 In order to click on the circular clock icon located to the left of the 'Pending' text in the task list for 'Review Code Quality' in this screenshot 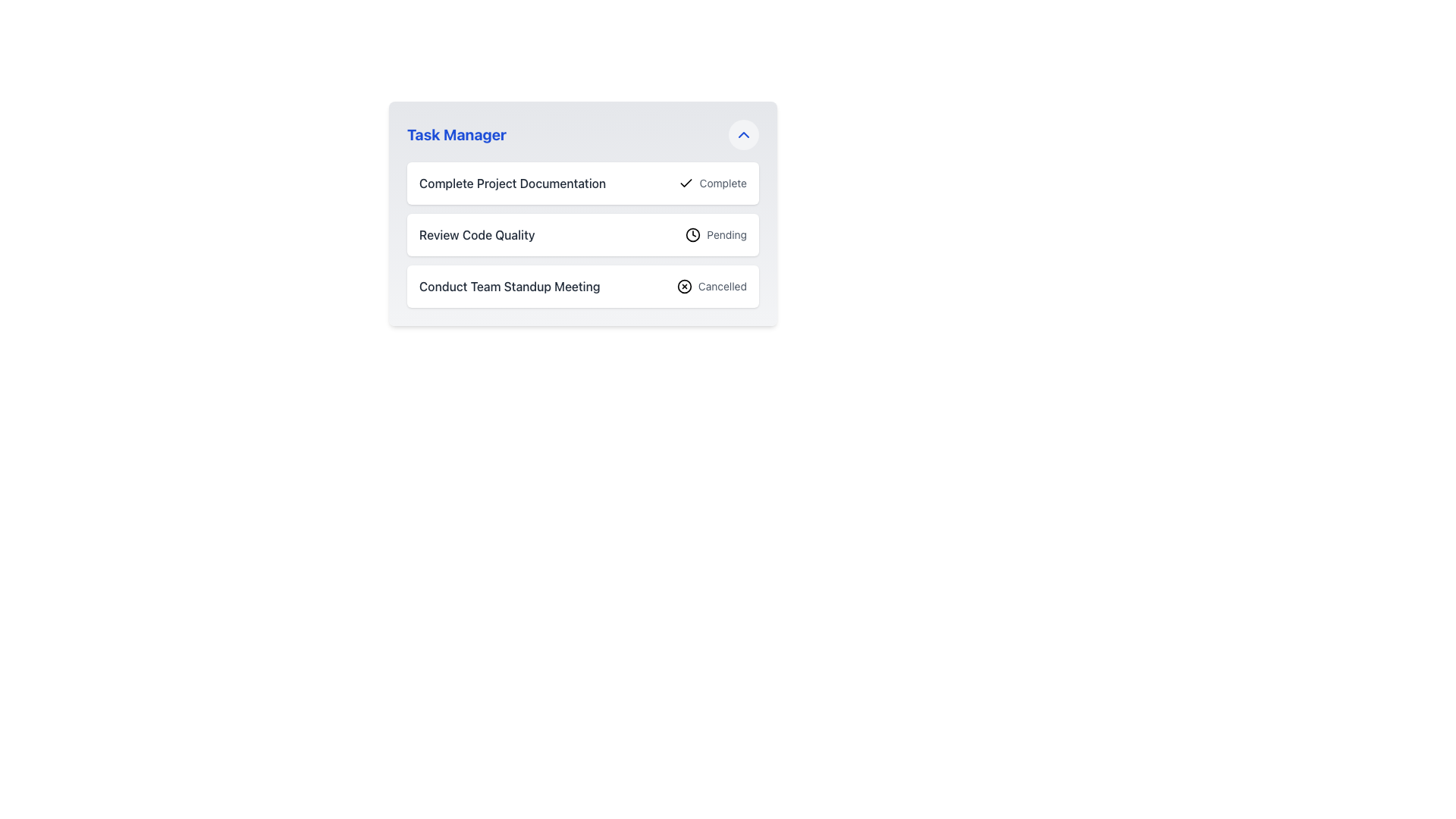, I will do `click(692, 234)`.